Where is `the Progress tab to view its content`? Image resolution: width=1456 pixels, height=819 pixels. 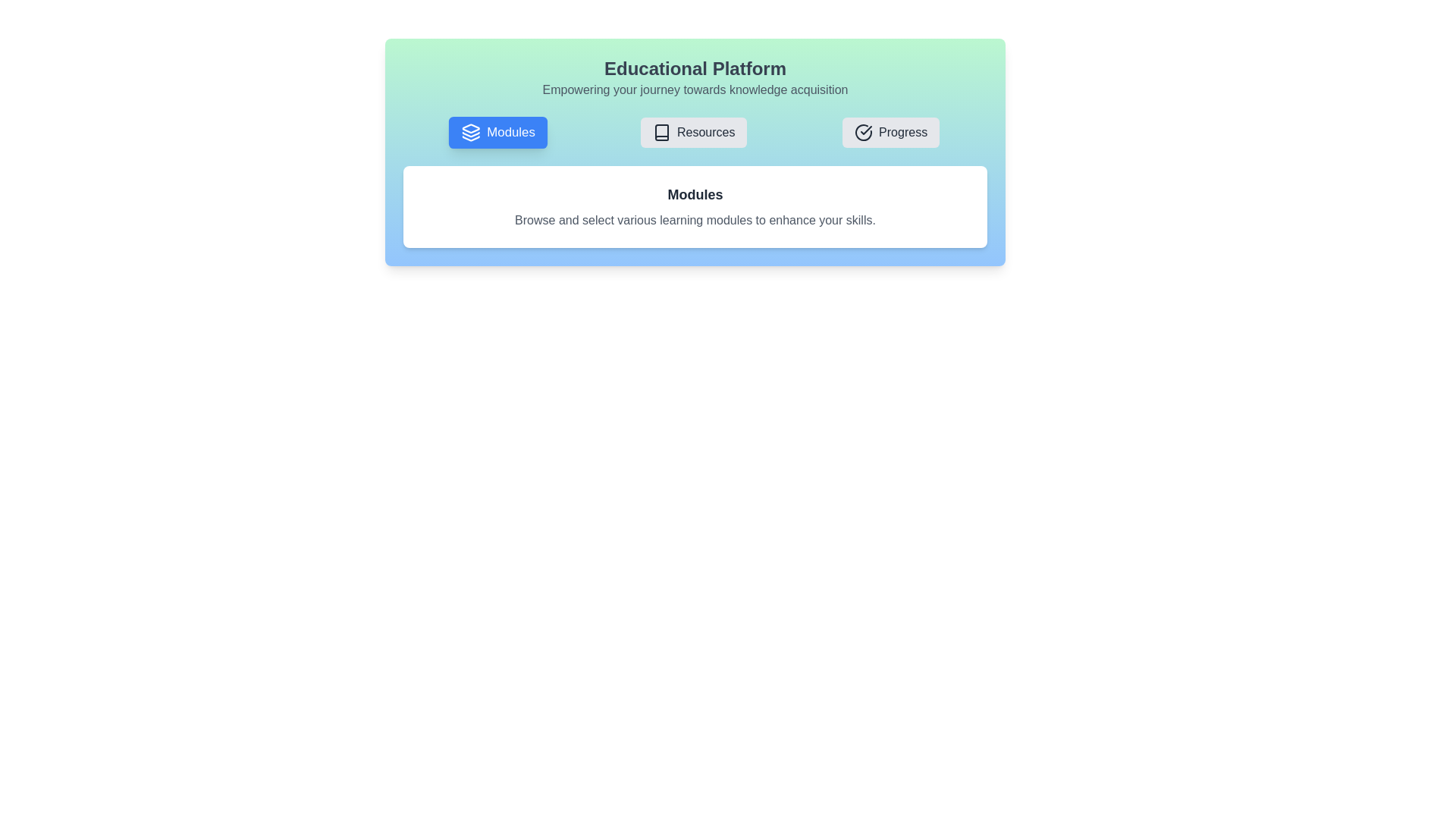 the Progress tab to view its content is located at coordinates (891, 131).